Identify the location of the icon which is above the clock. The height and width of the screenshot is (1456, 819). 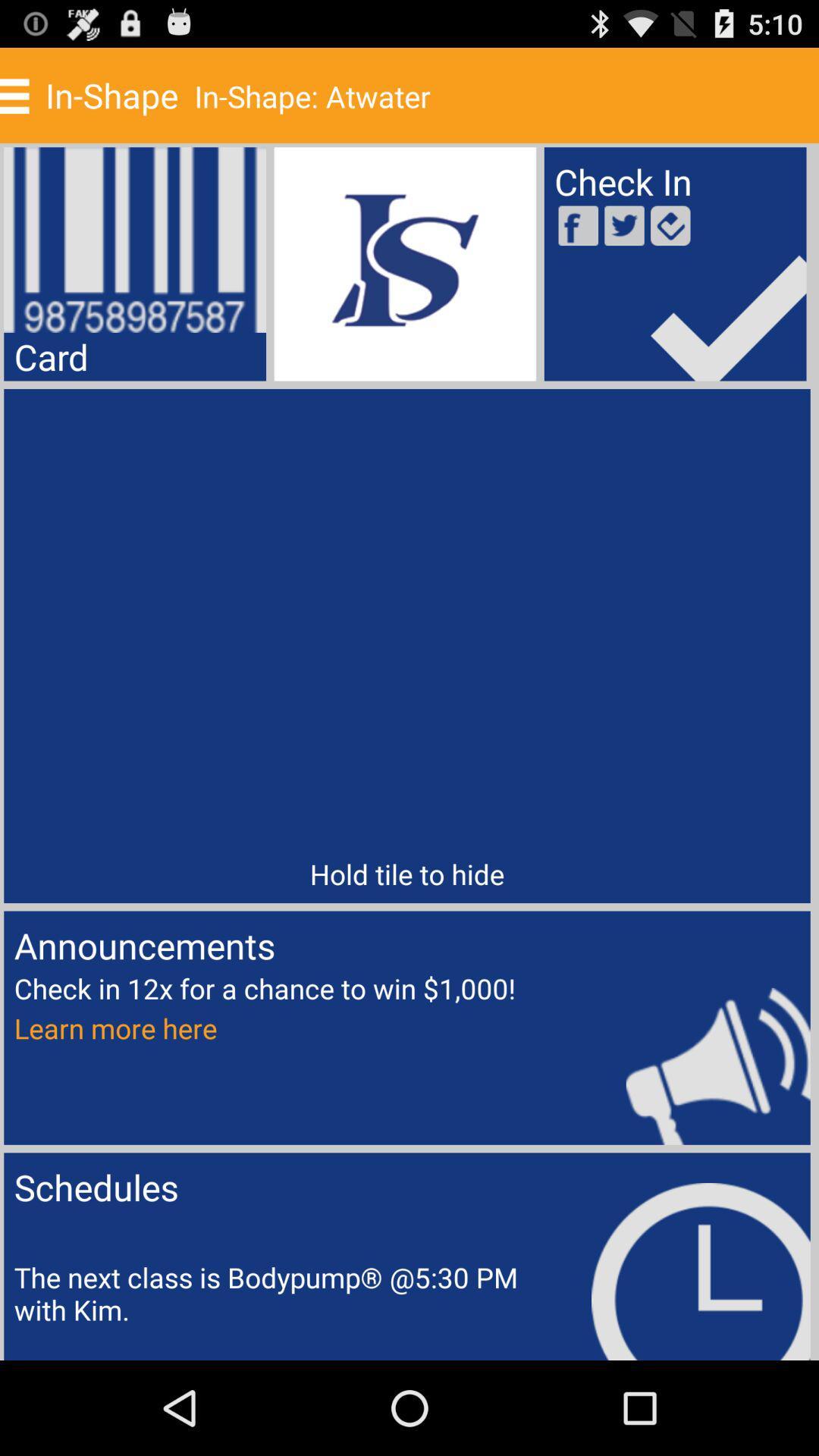
(669, 1056).